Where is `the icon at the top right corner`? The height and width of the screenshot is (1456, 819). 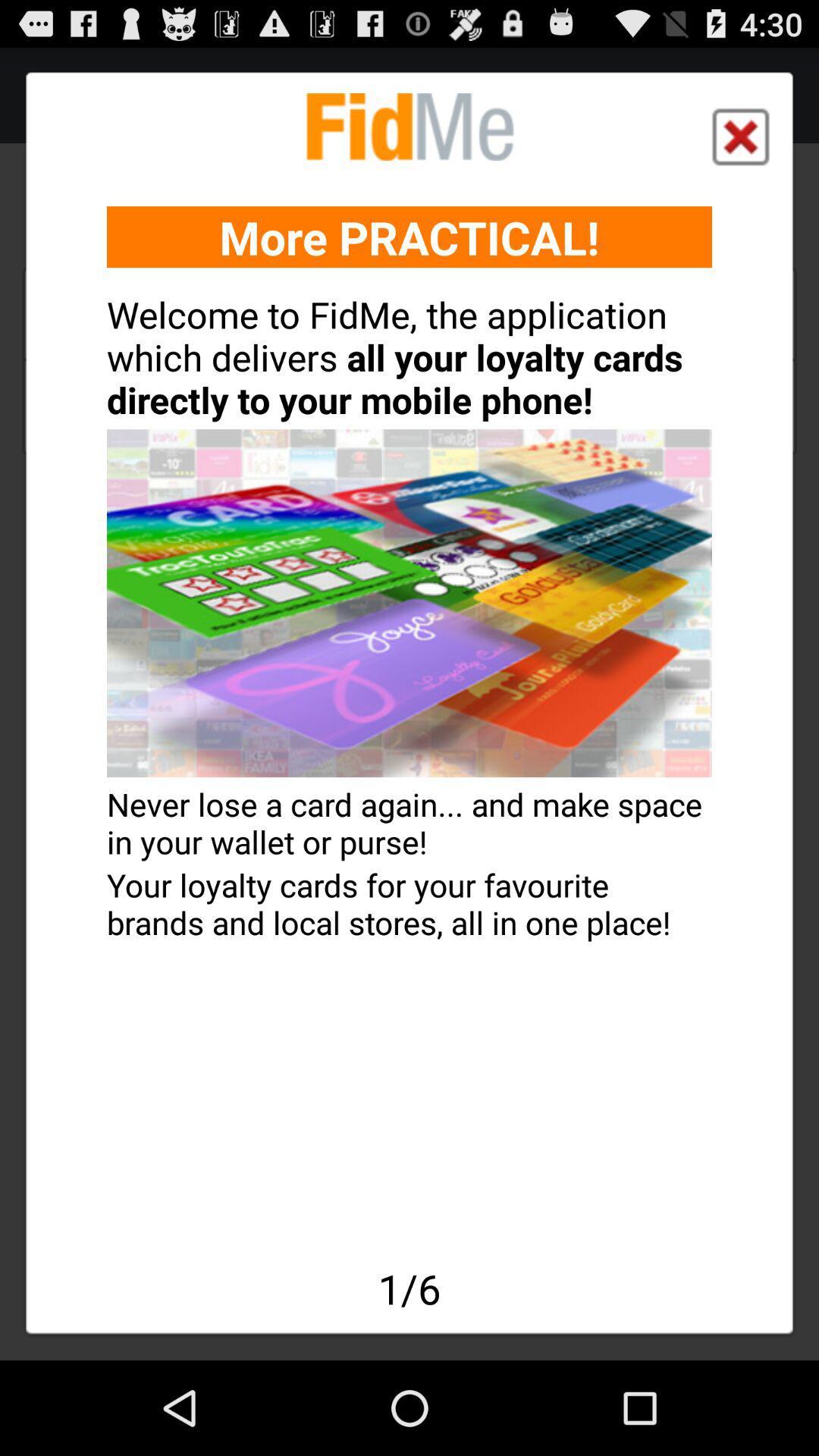 the icon at the top right corner is located at coordinates (739, 136).